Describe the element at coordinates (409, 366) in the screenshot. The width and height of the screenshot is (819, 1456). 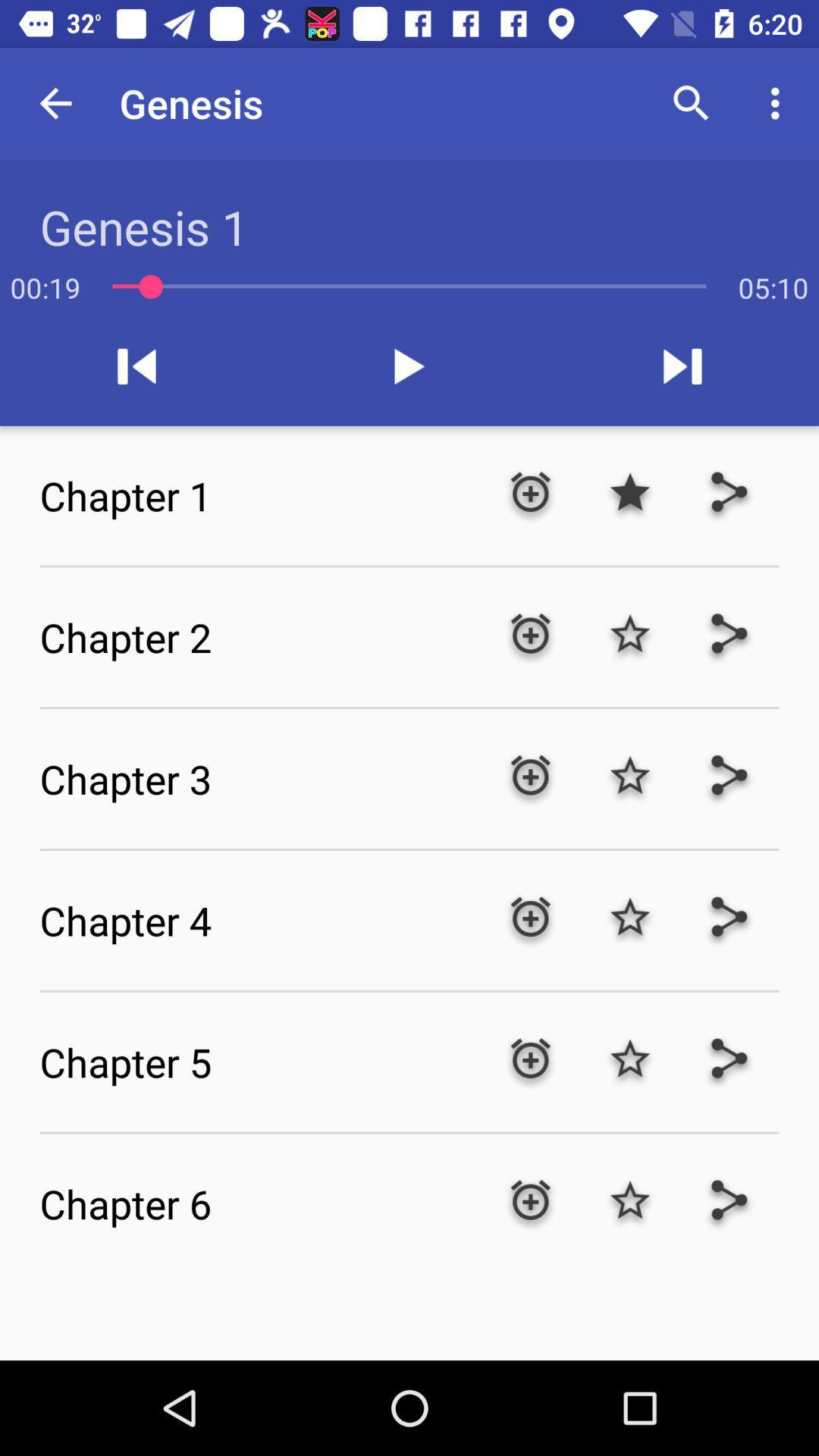
I see `the play icon` at that location.